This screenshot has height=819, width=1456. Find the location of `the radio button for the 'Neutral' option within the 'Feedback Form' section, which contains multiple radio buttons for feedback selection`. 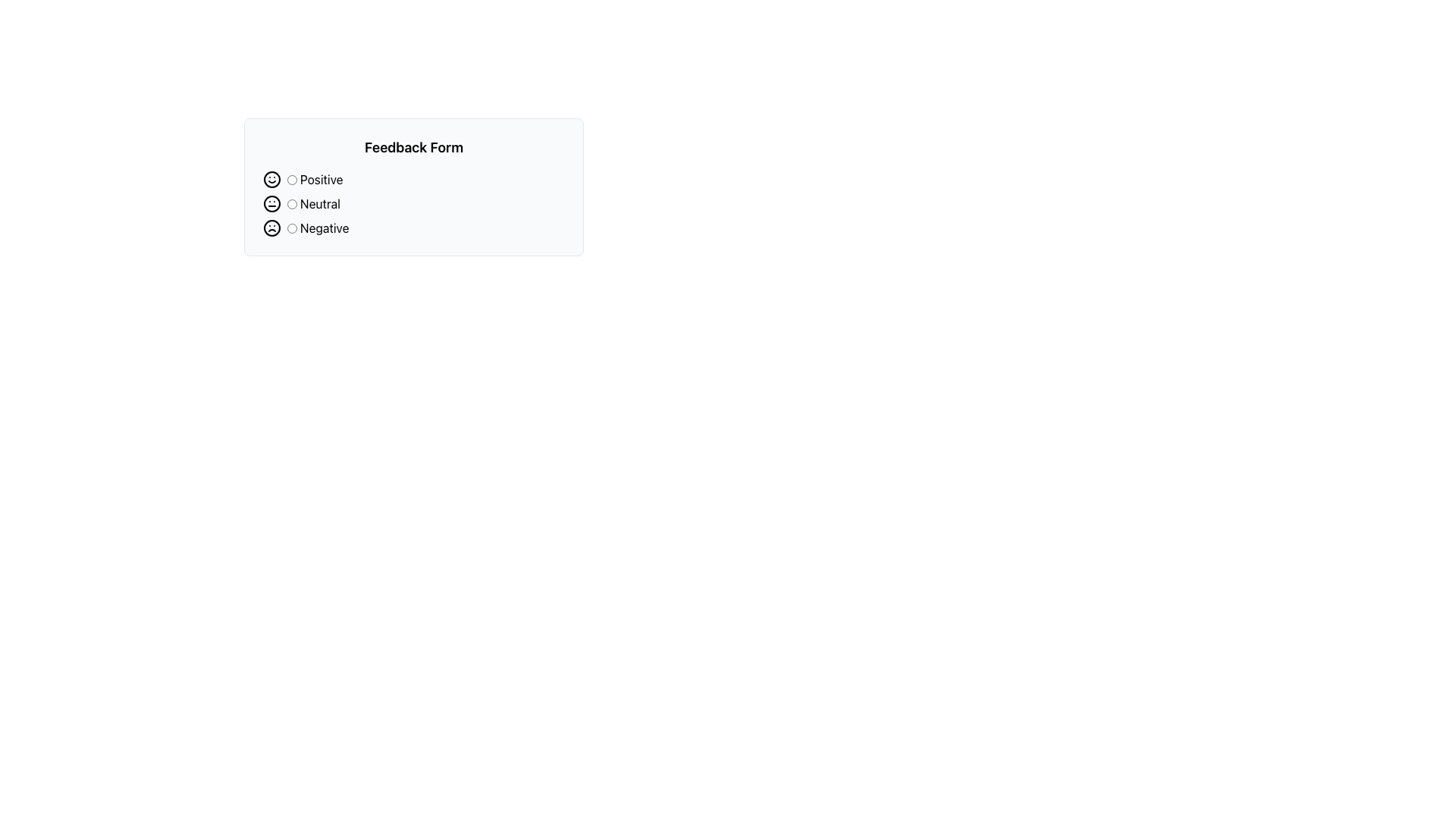

the radio button for the 'Neutral' option within the 'Feedback Form' section, which contains multiple radio buttons for feedback selection is located at coordinates (414, 186).